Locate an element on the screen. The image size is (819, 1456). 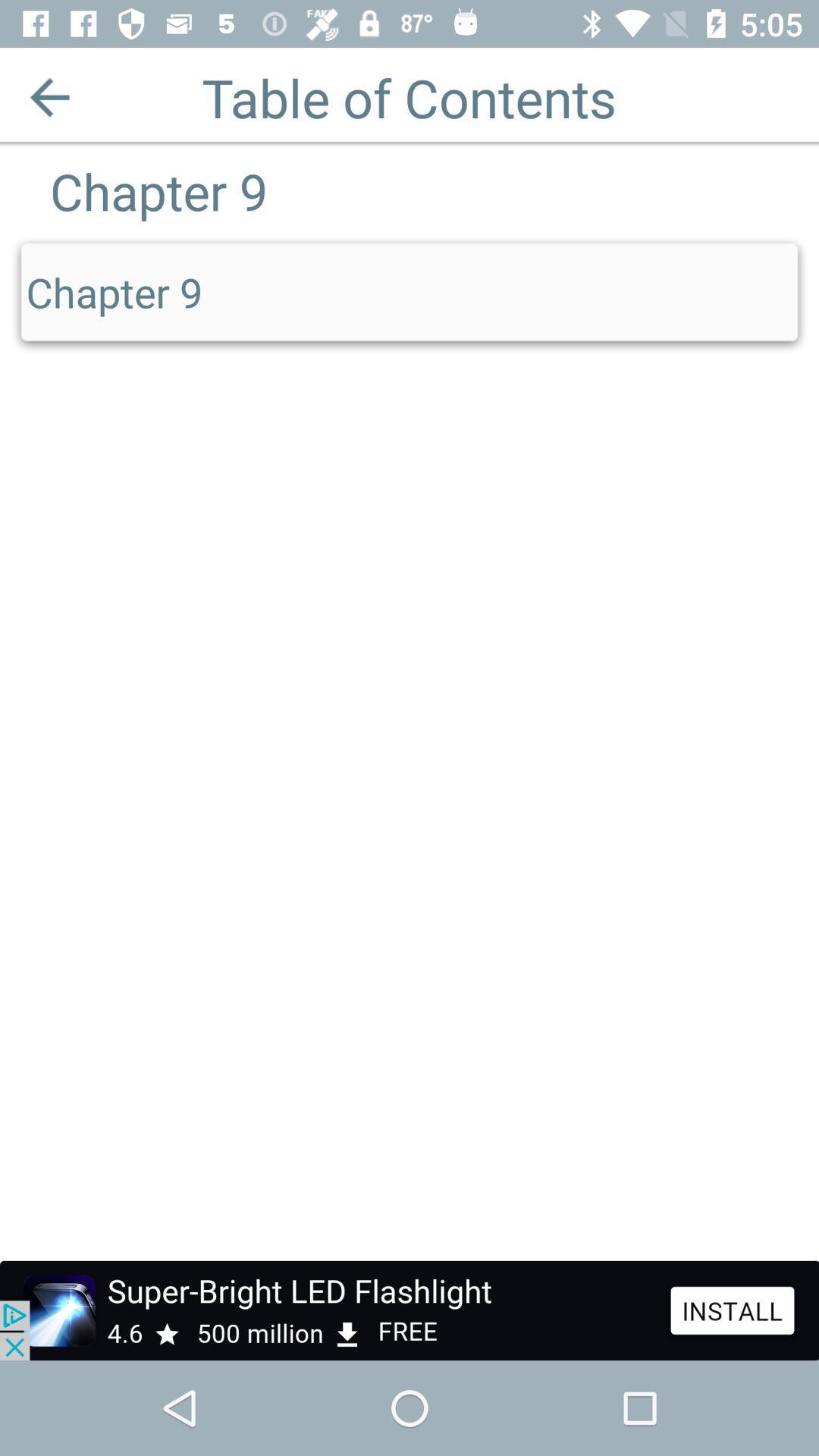
page is located at coordinates (49, 96).